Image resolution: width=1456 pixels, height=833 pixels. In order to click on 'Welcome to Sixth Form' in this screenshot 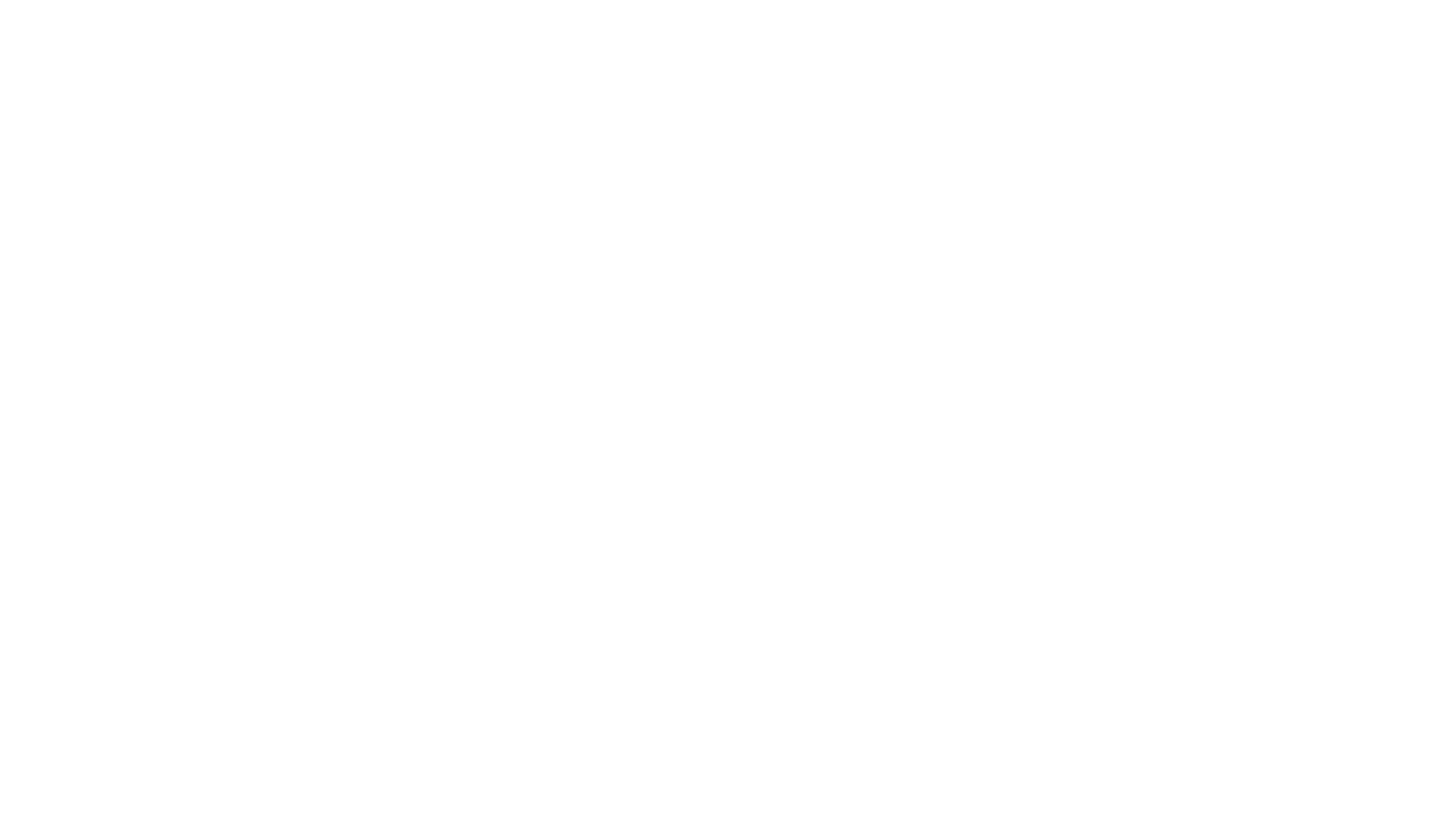, I will do `click(1023, 39)`.